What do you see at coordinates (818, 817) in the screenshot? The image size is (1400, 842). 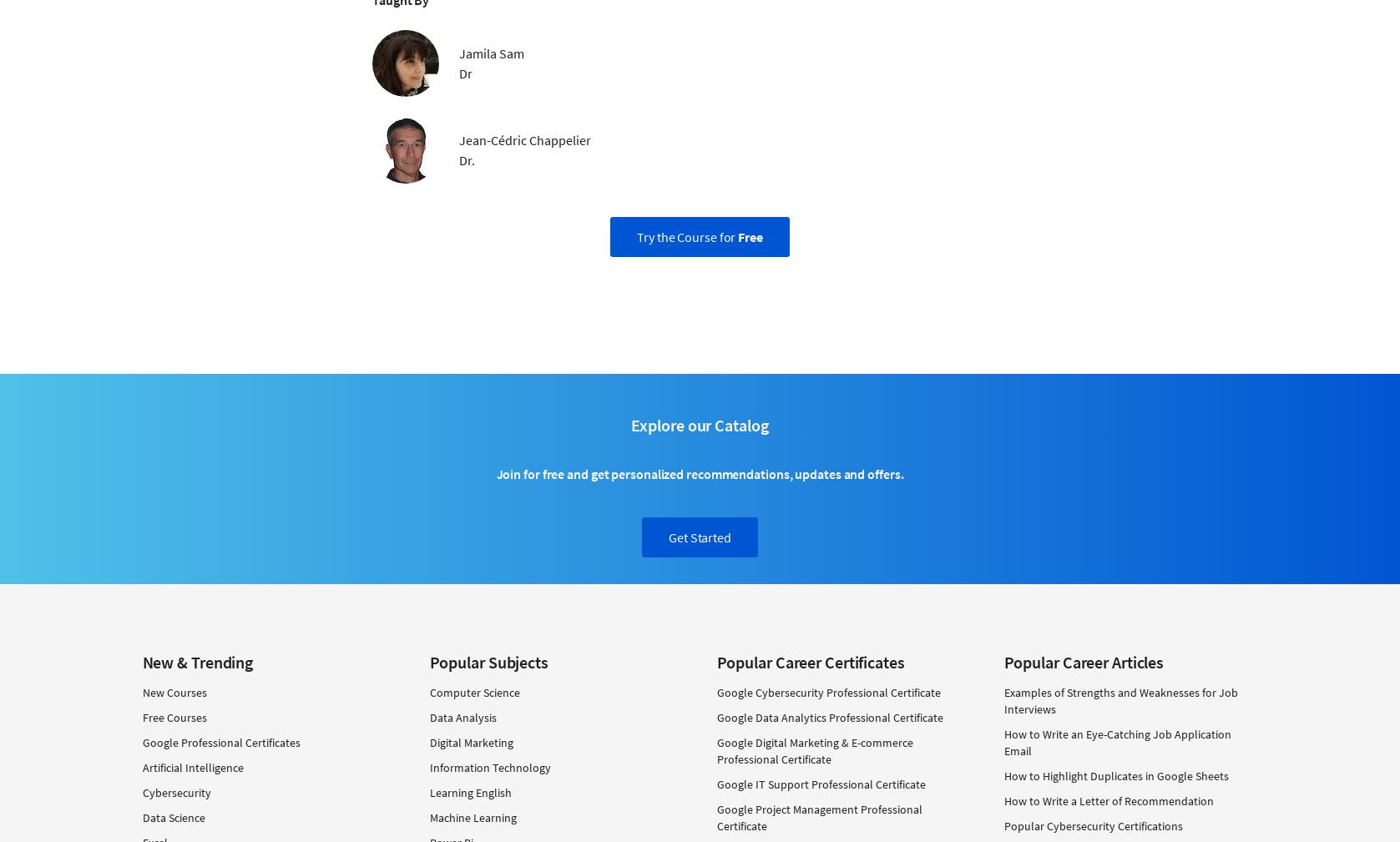 I see `'Google Project Management Professional Certificate'` at bounding box center [818, 817].